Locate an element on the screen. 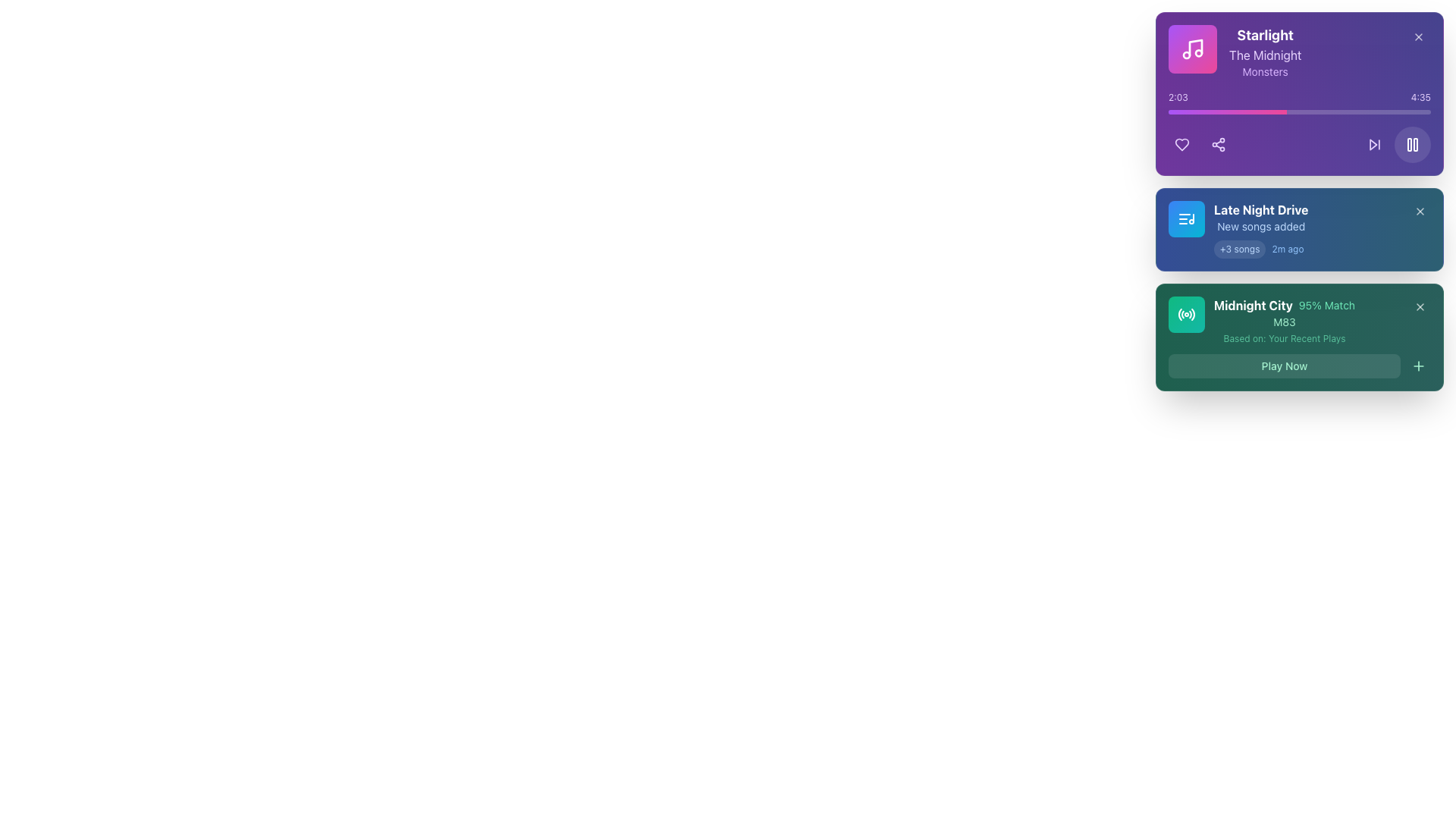 This screenshot has width=1456, height=819. the icon button located in the top left section of the 'Late Night Drive' card is located at coordinates (1185, 219).